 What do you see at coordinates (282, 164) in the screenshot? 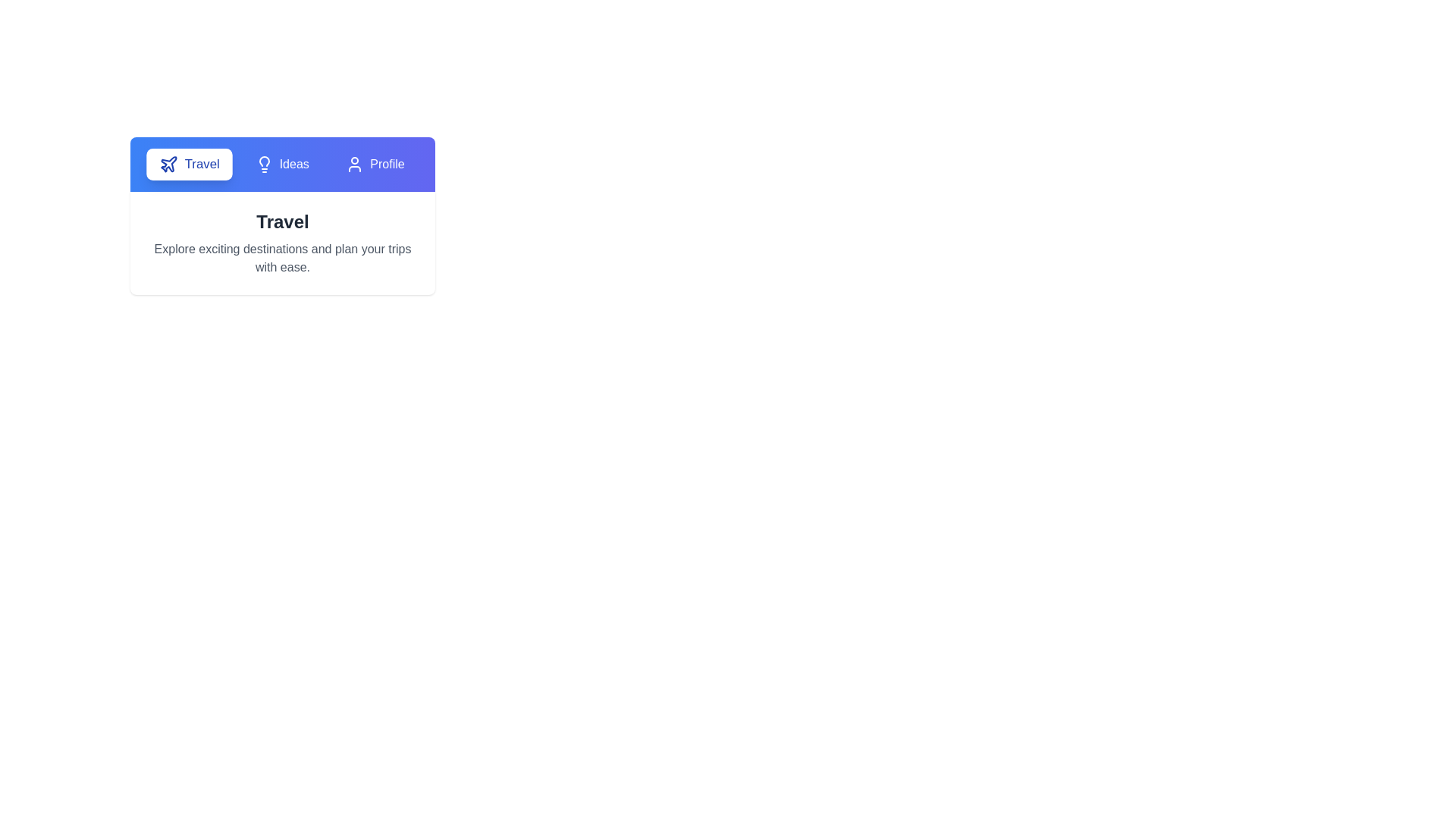
I see `the tab labeled Ideas` at bounding box center [282, 164].